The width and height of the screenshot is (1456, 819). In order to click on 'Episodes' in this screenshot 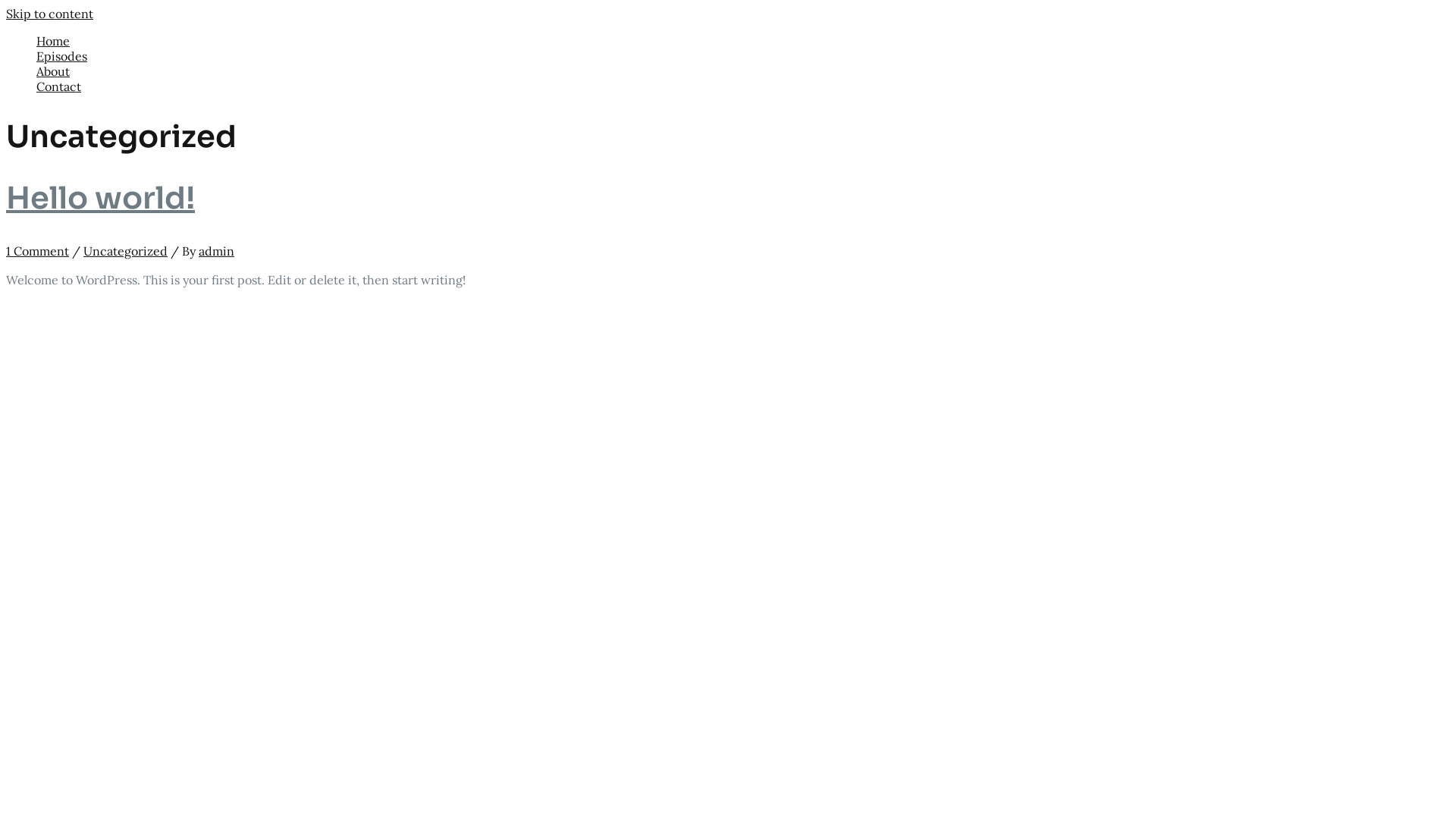, I will do `click(742, 55)`.